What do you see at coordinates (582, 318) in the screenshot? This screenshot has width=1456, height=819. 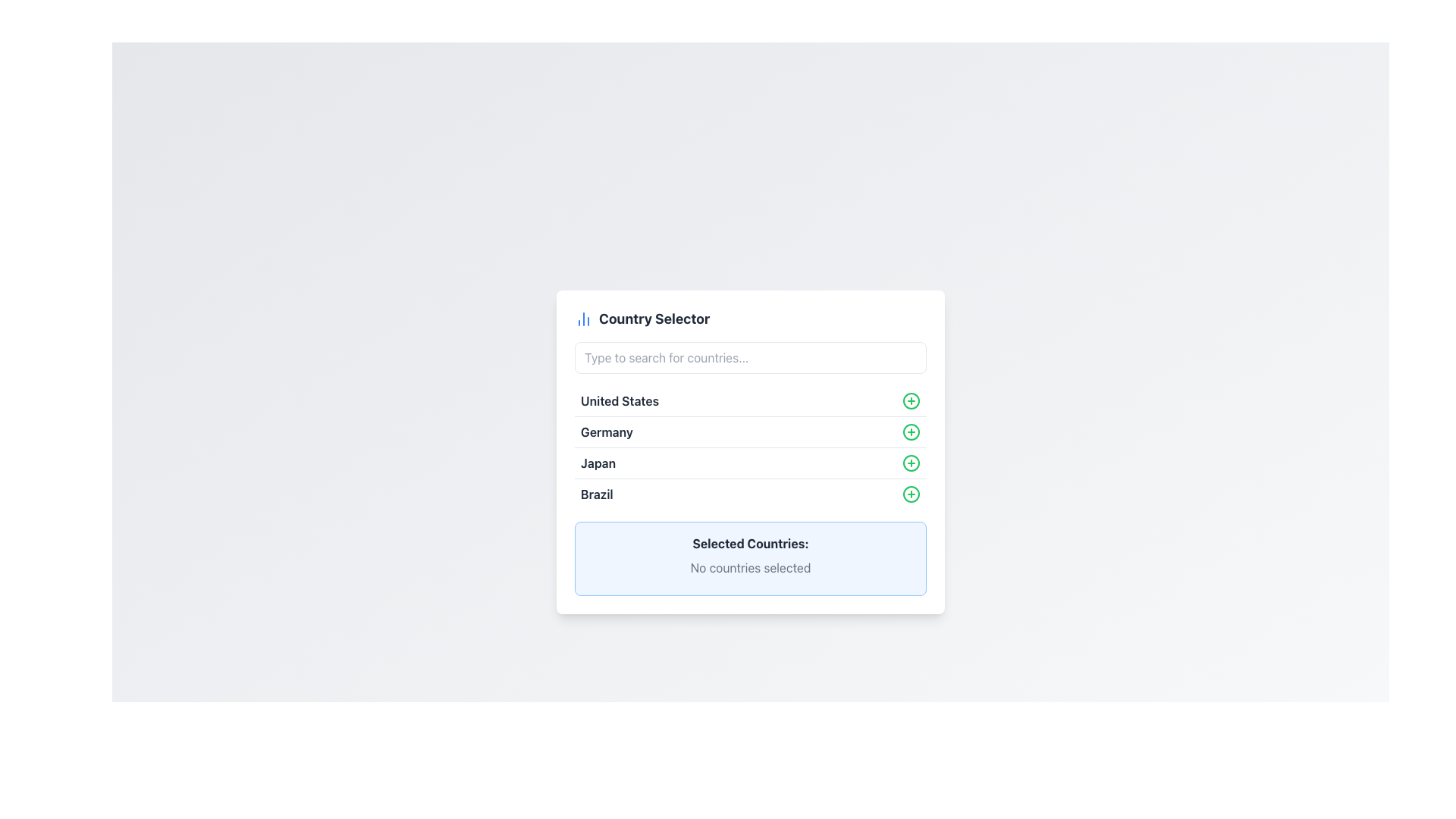 I see `the small blue vertical chart icon located to the left of the 'Country Selector' title` at bounding box center [582, 318].